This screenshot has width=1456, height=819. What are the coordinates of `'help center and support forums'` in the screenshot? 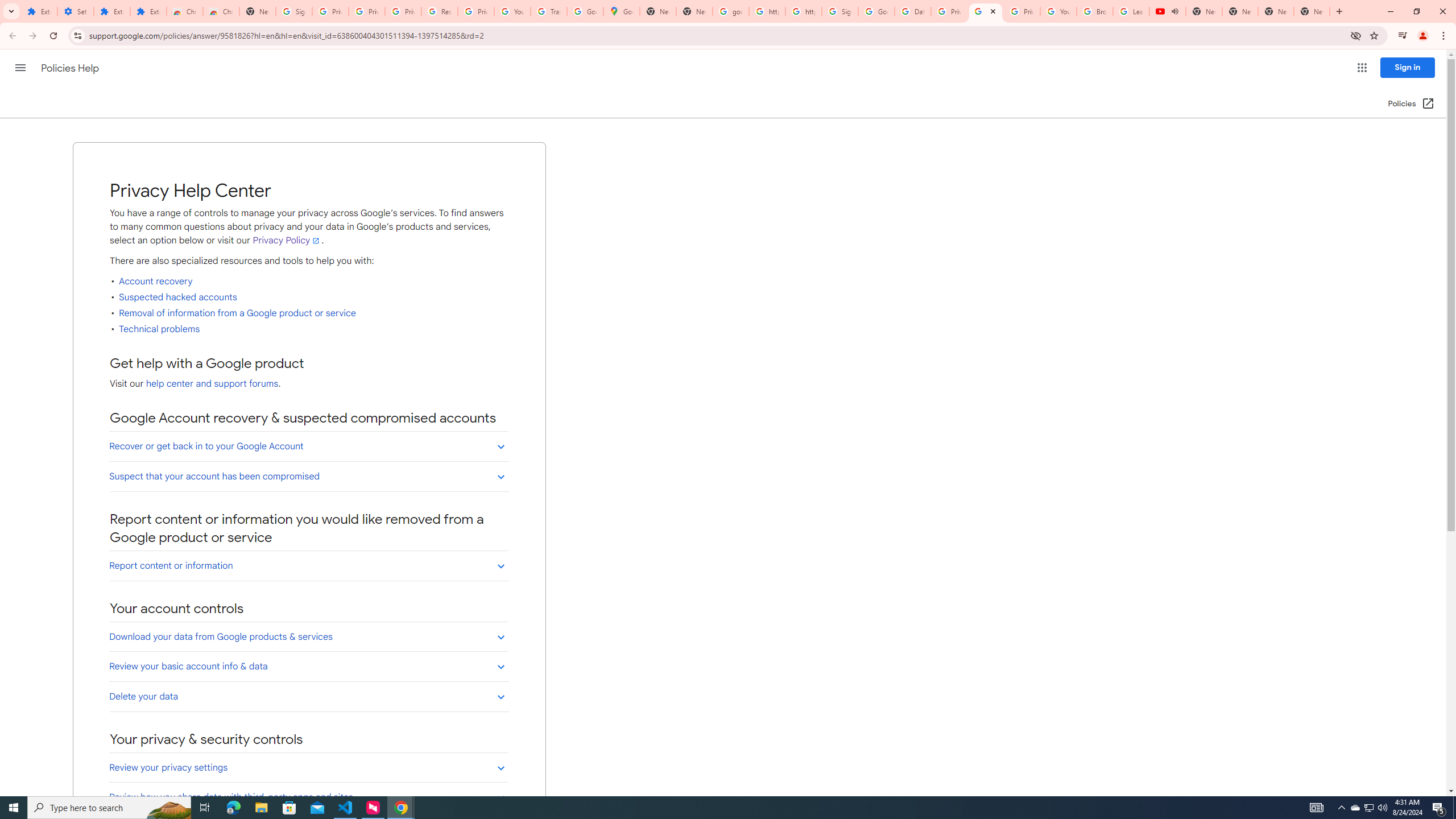 It's located at (211, 383).